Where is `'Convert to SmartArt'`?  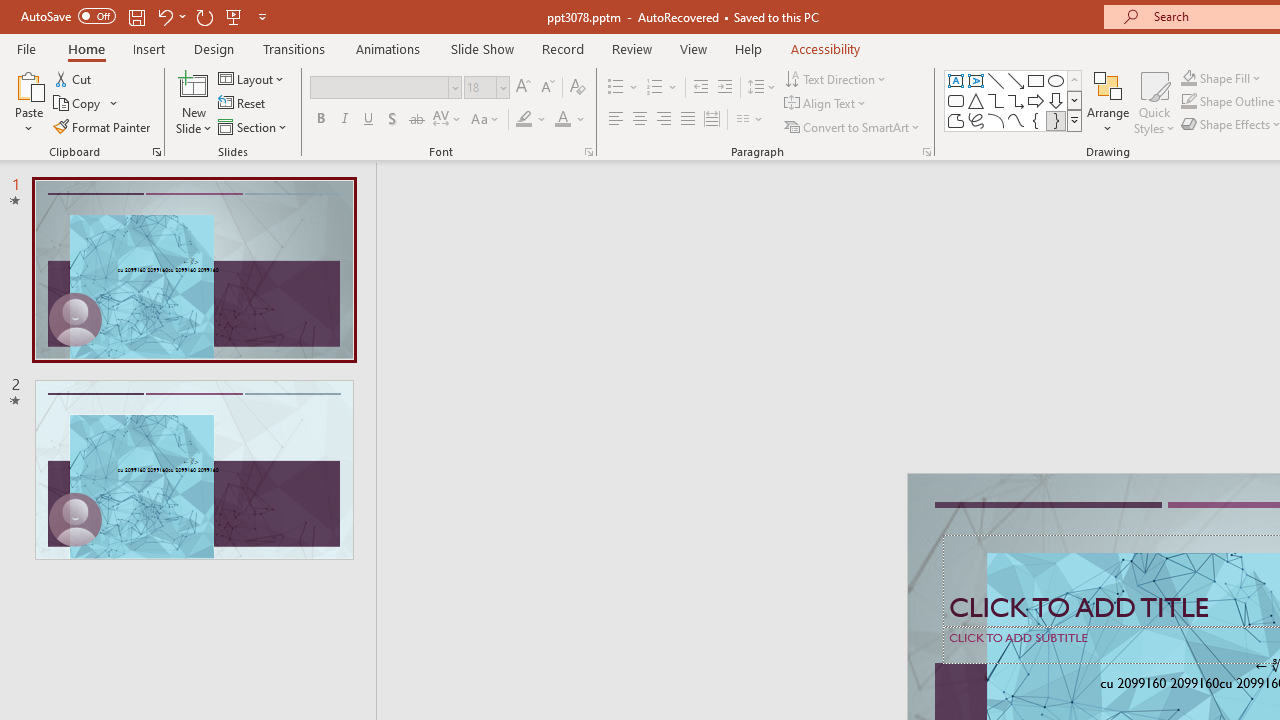
'Convert to SmartArt' is located at coordinates (853, 127).